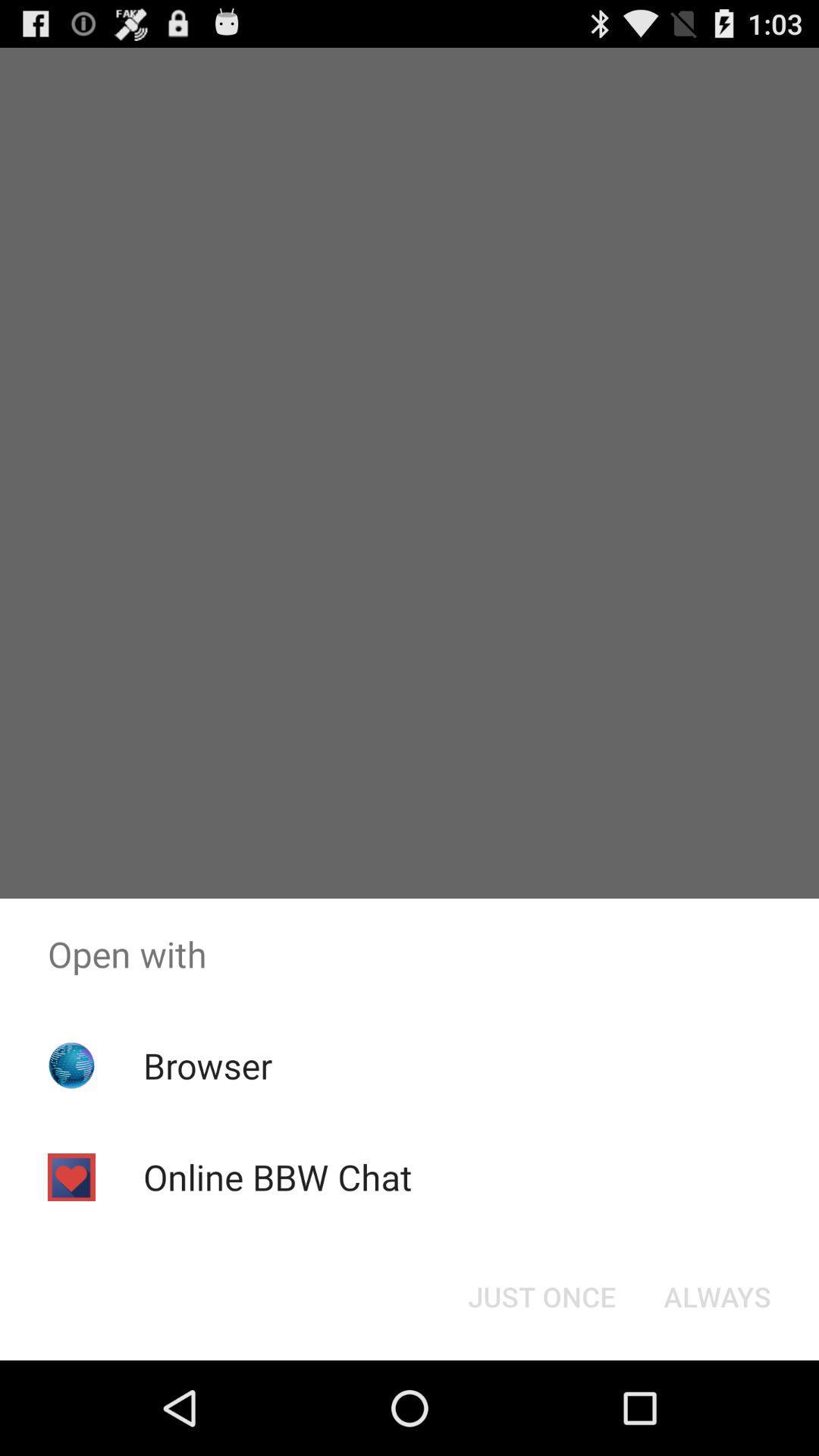 This screenshot has height=1456, width=819. Describe the element at coordinates (717, 1295) in the screenshot. I see `icon next to the just once` at that location.